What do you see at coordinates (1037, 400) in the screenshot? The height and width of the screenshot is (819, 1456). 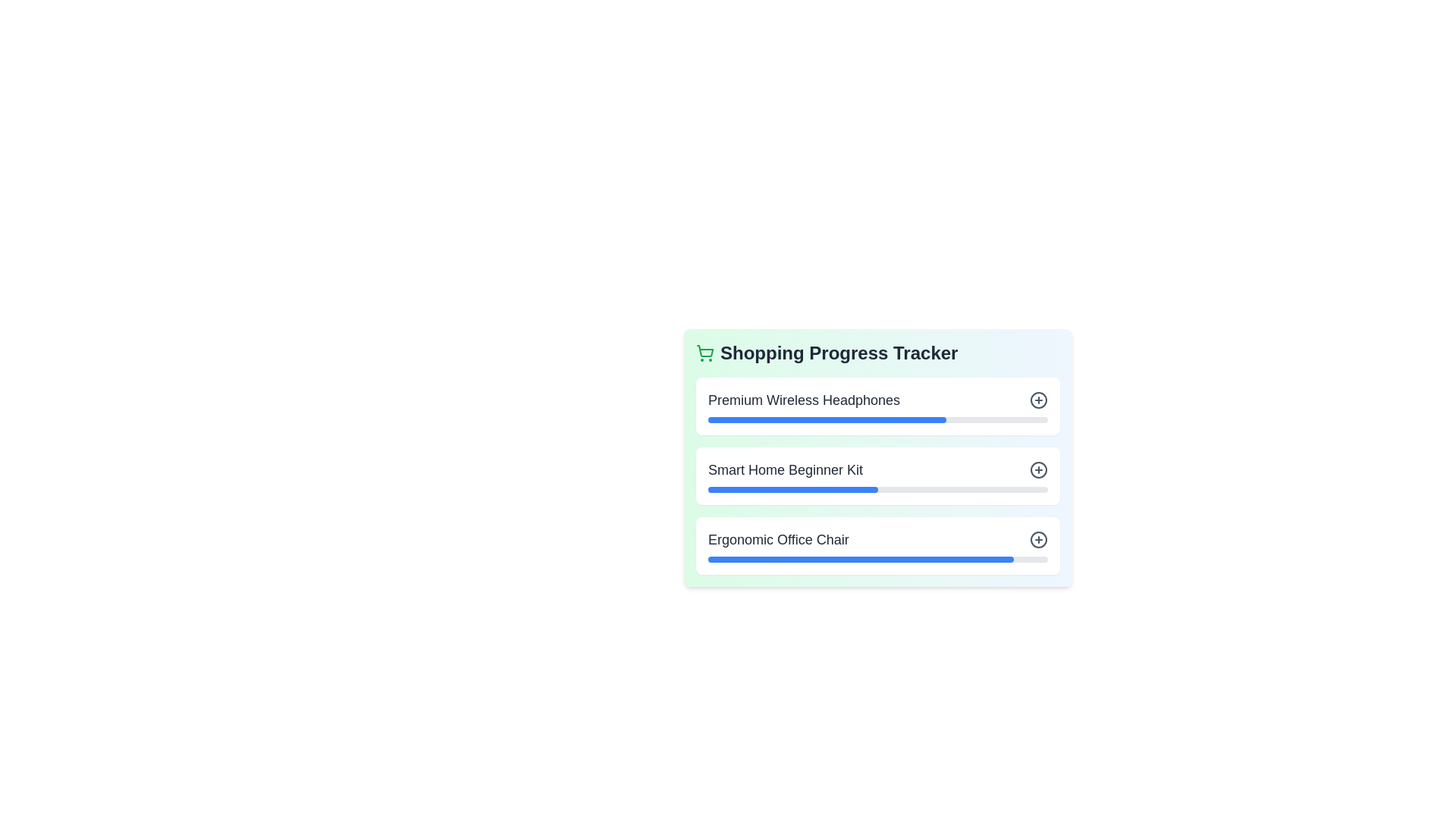 I see `the interactive button located to the right of the text 'Premium Wireless Headphones'` at bounding box center [1037, 400].